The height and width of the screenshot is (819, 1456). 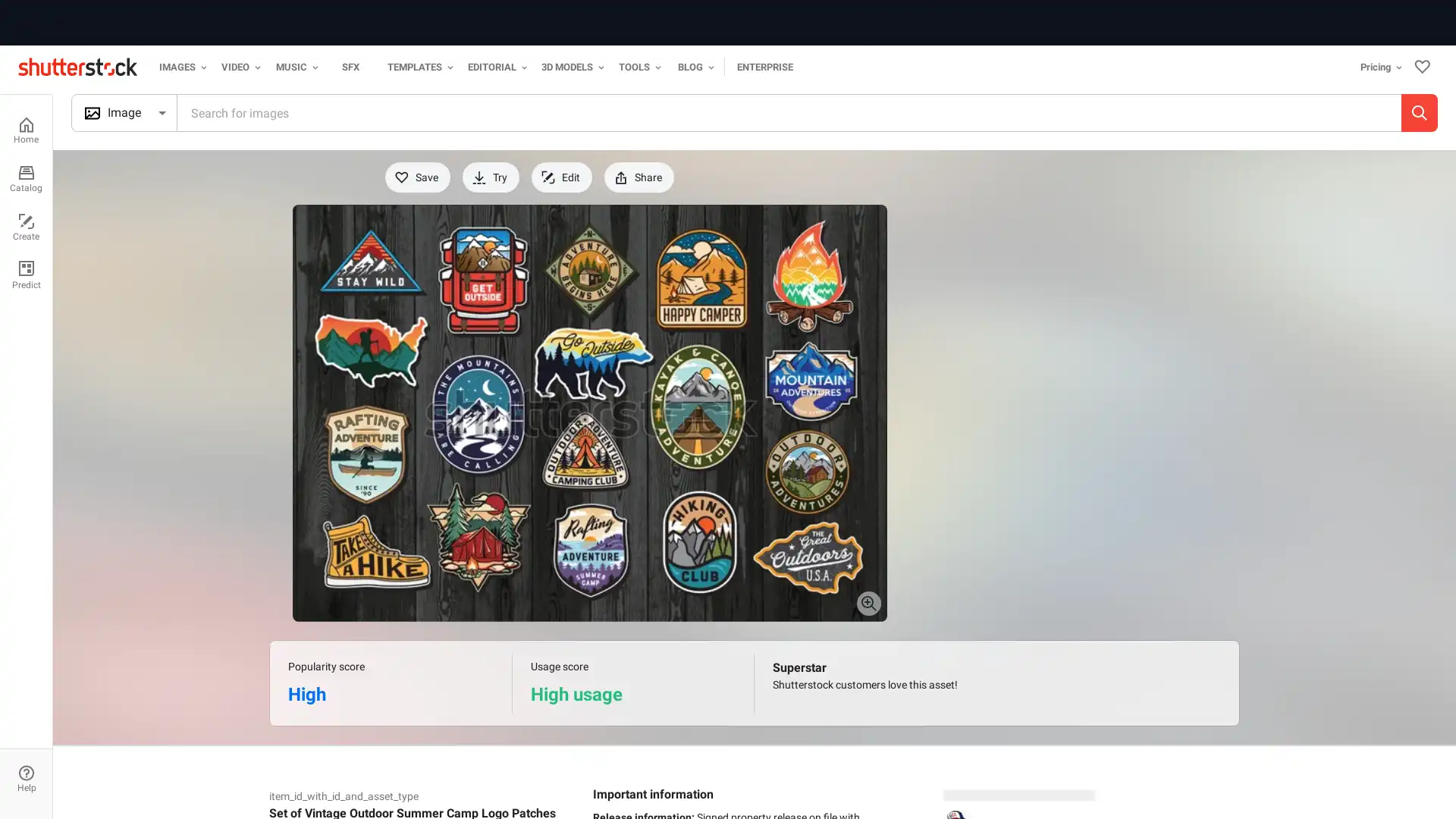 What do you see at coordinates (1412, 721) in the screenshot?
I see `Close` at bounding box center [1412, 721].